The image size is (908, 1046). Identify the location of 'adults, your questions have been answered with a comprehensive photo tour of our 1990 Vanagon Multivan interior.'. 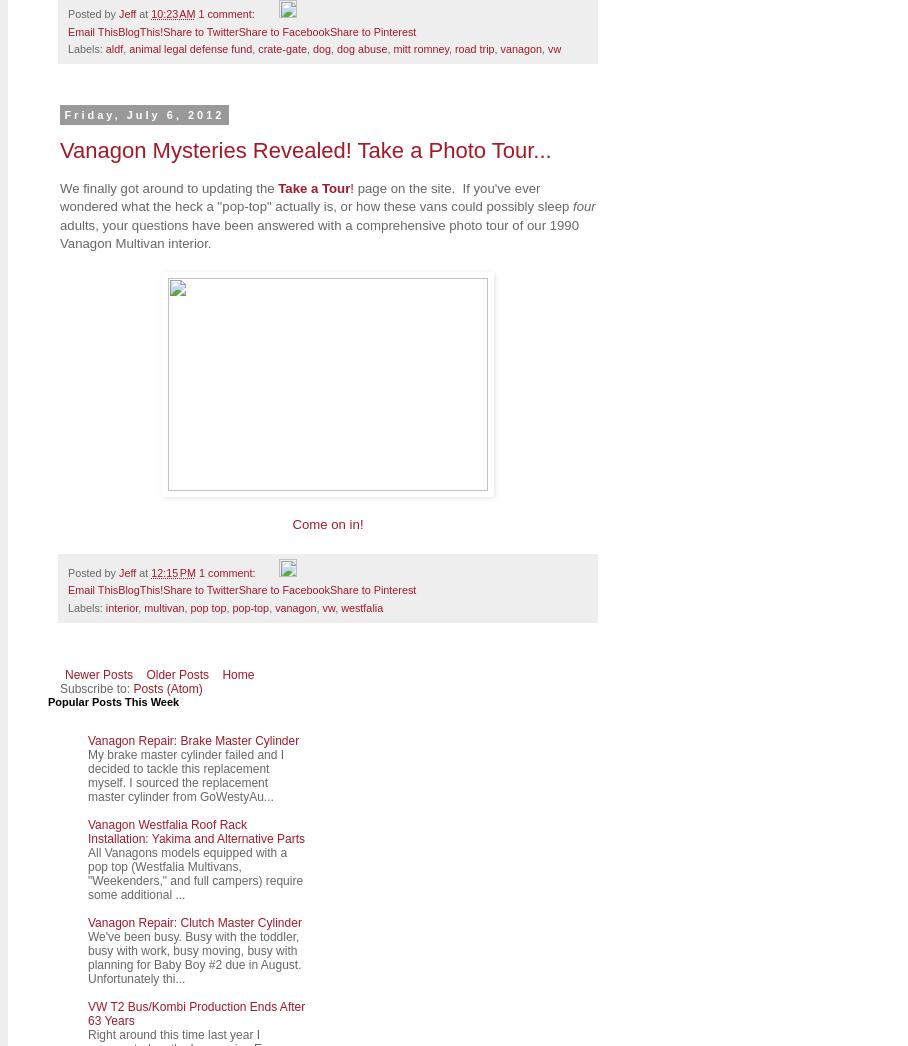
(318, 232).